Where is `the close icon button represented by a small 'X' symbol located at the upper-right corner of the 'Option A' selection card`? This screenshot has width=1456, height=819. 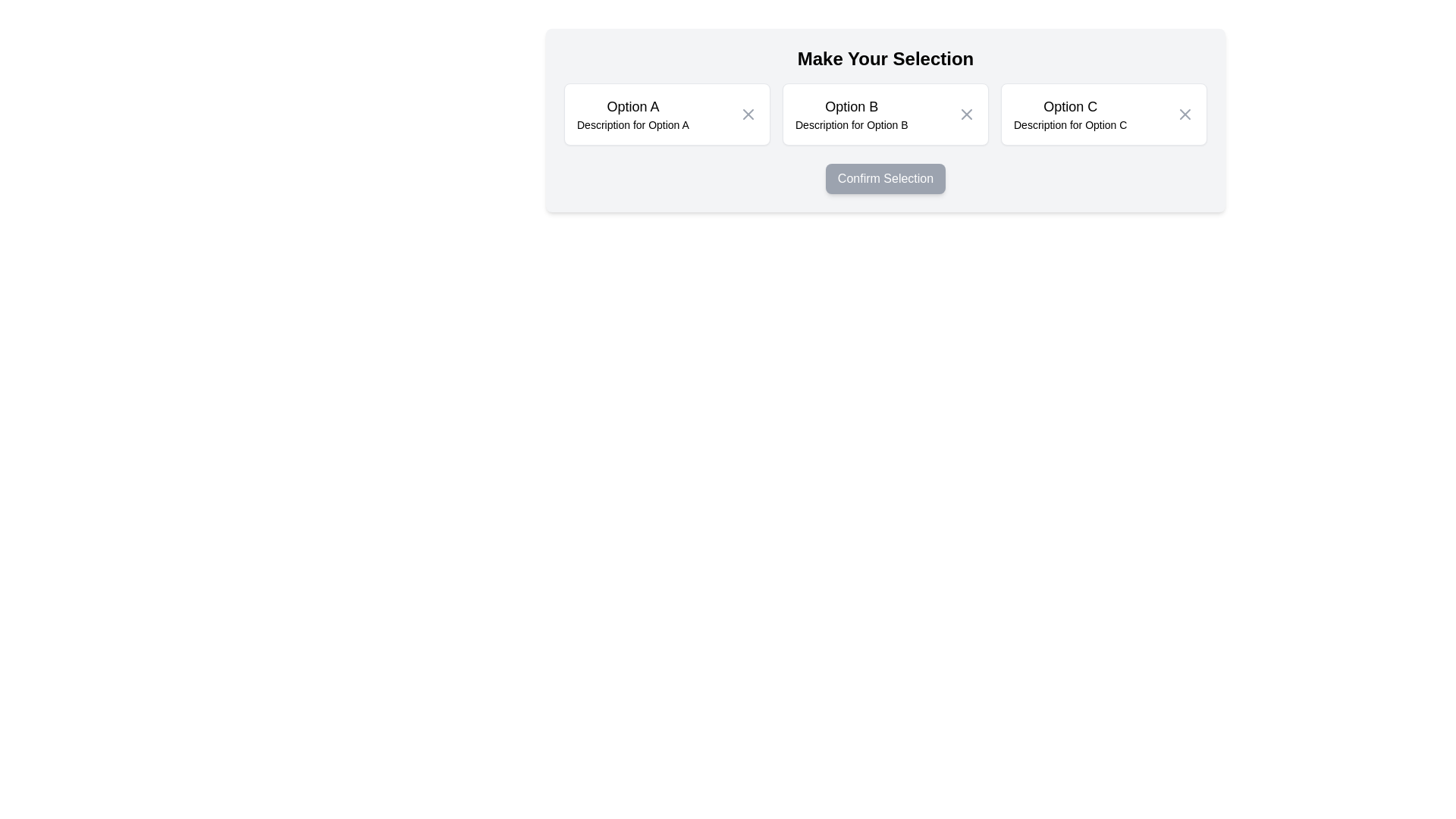 the close icon button represented by a small 'X' symbol located at the upper-right corner of the 'Option A' selection card is located at coordinates (748, 113).